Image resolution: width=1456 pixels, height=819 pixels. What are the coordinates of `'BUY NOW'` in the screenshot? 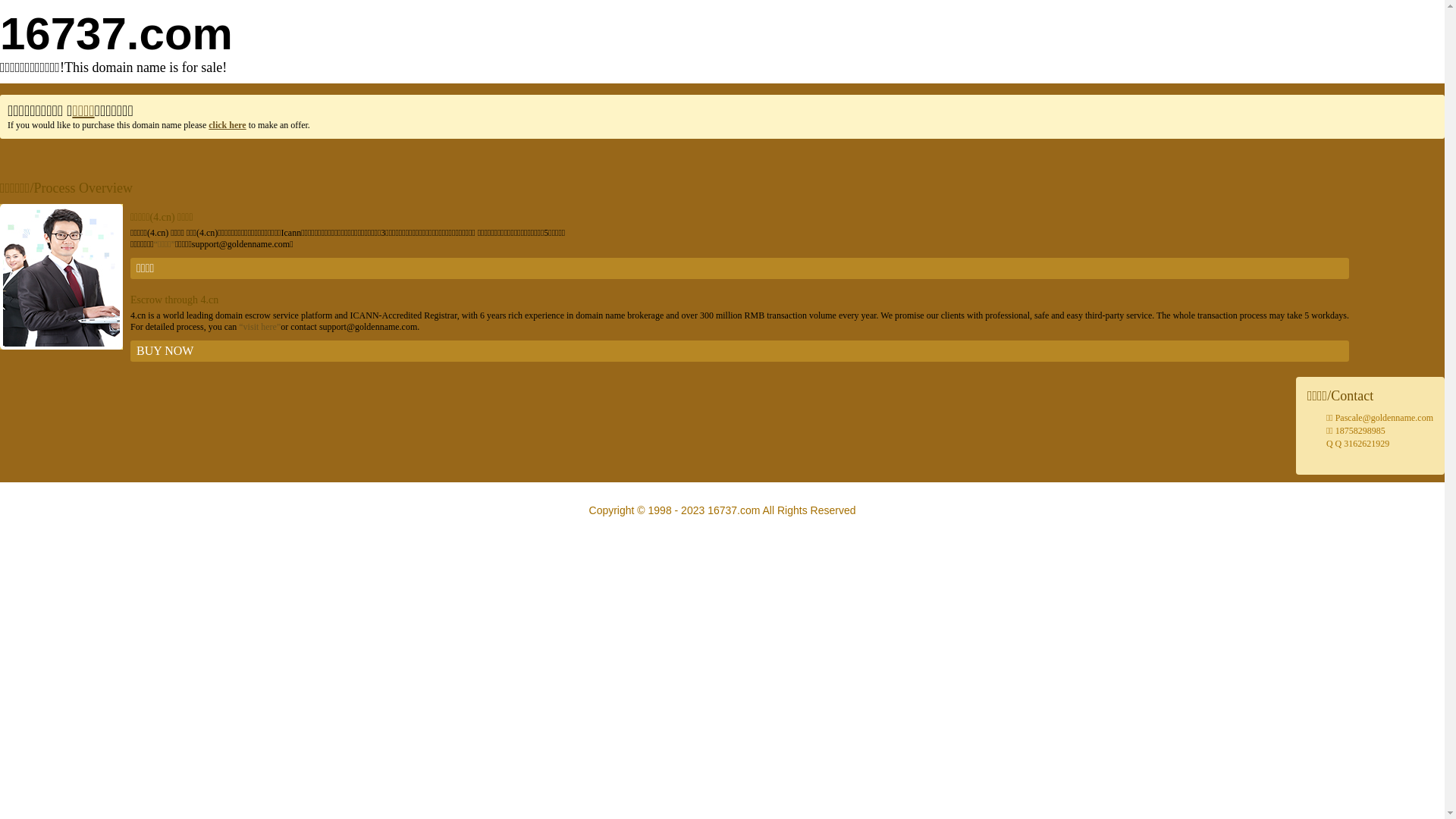 It's located at (739, 350).